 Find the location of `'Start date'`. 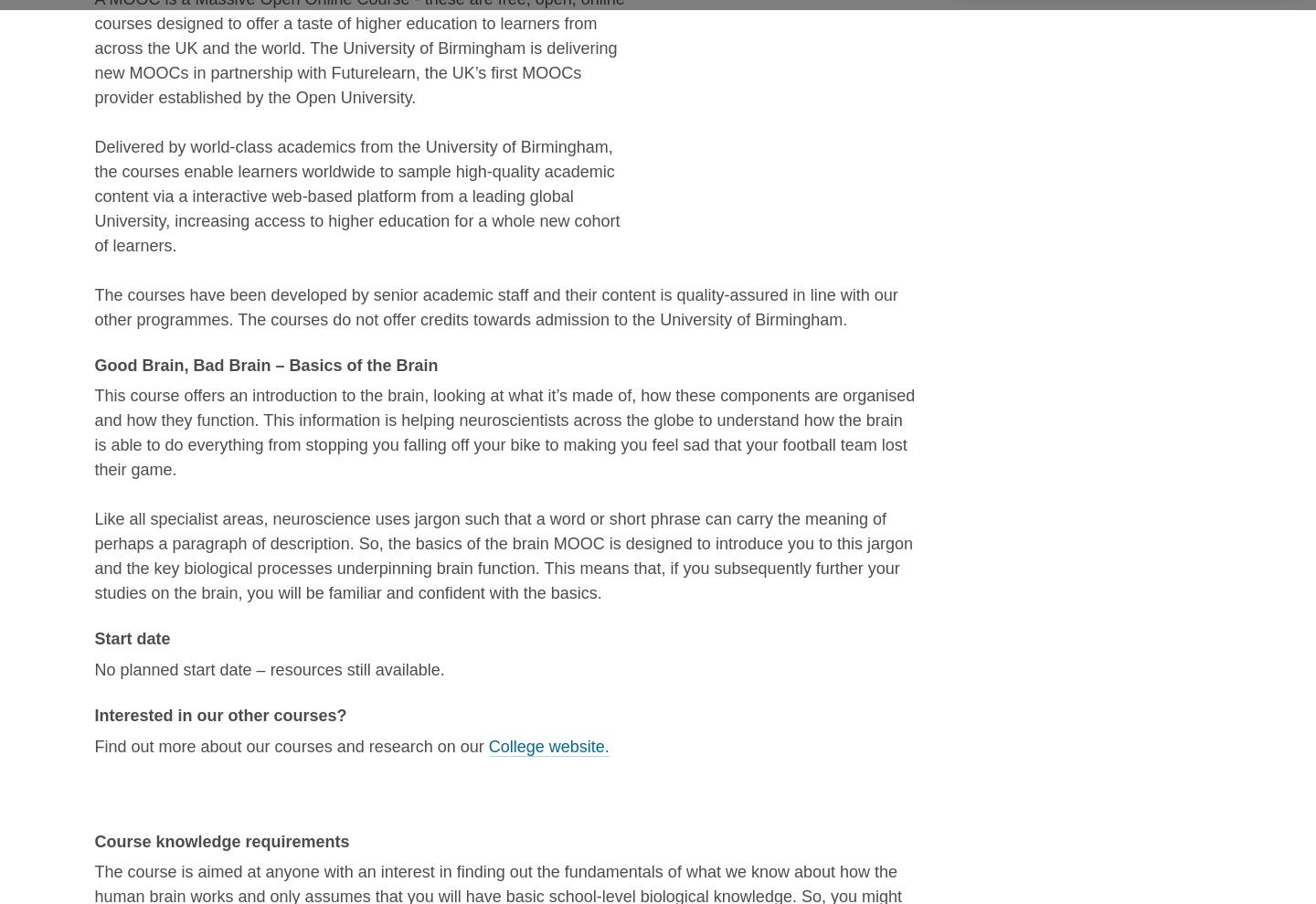

'Start date' is located at coordinates (131, 638).